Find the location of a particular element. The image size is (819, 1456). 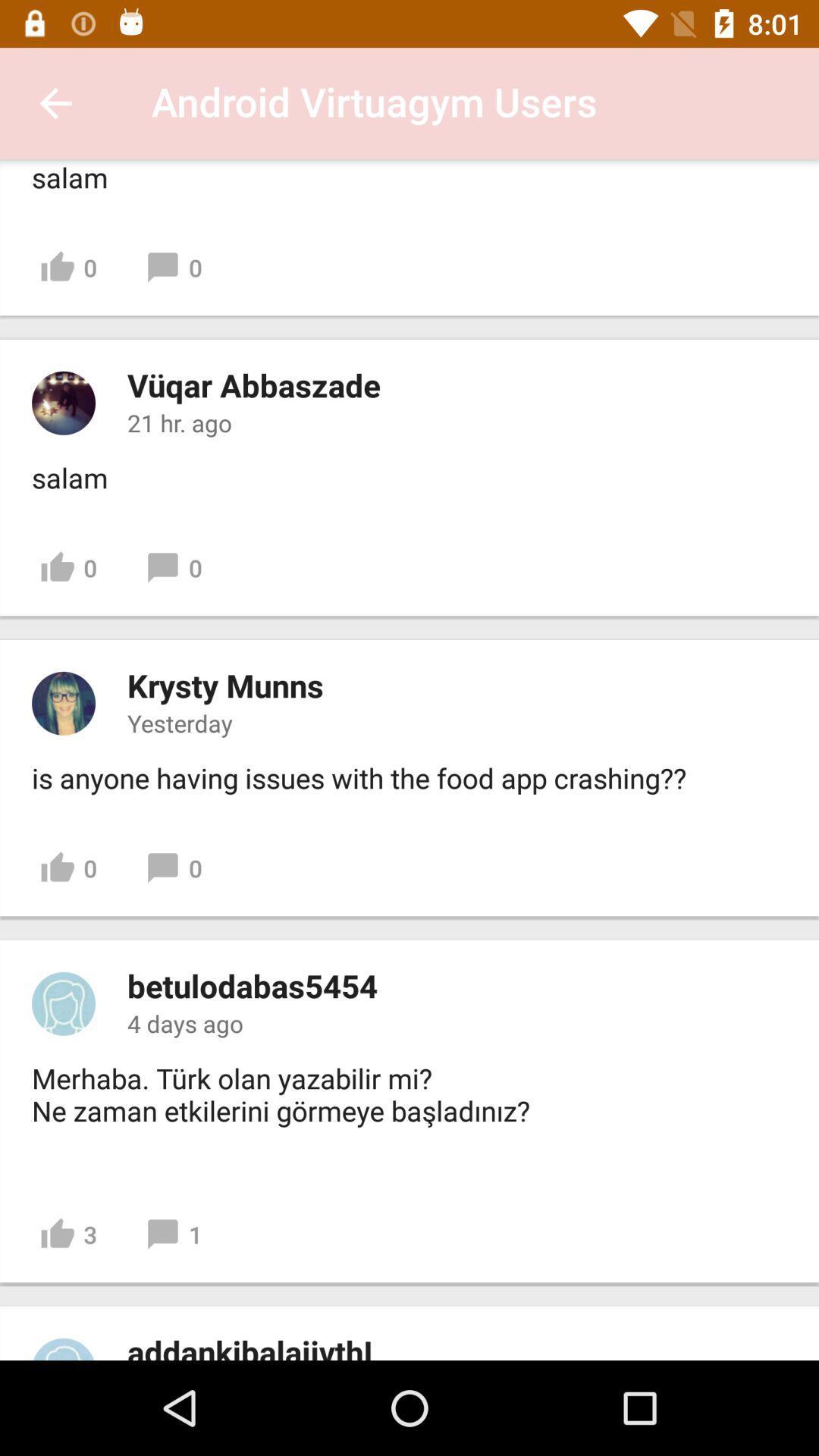

avatar is located at coordinates (63, 702).